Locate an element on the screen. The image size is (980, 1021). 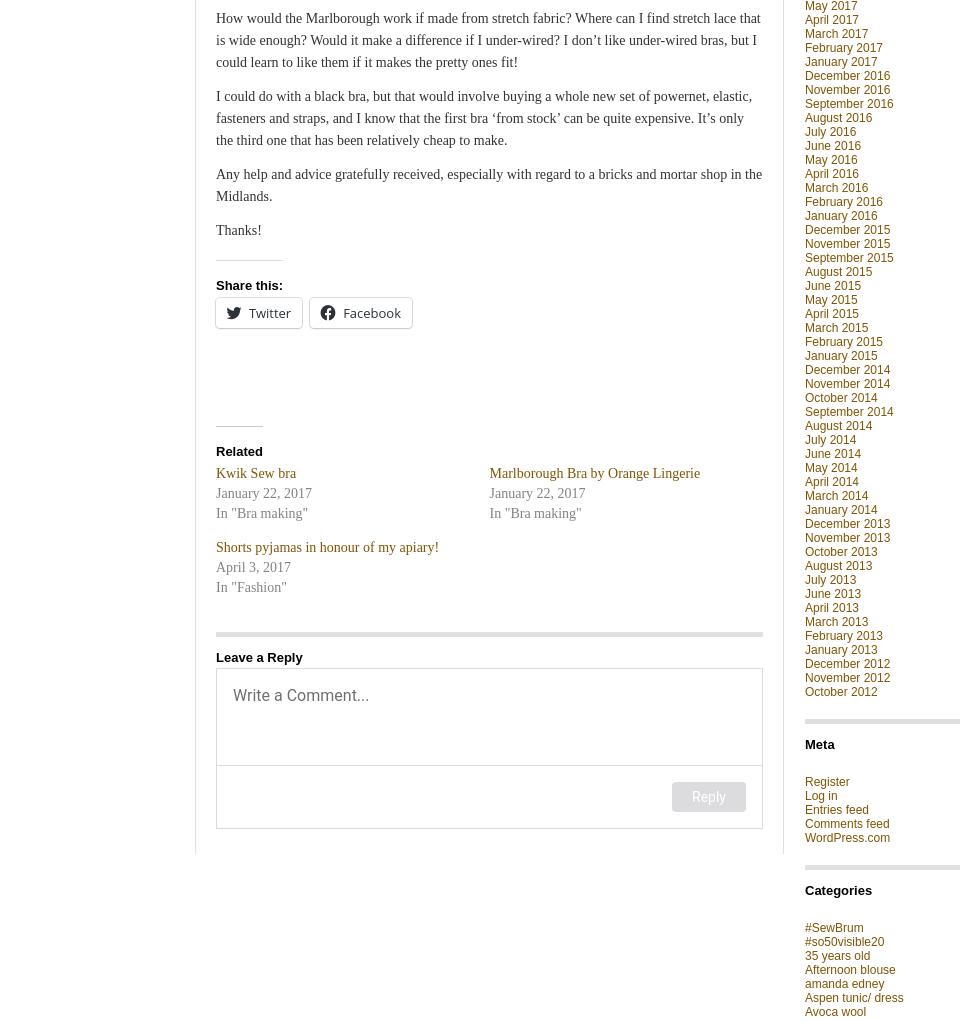
'#so50visible20' is located at coordinates (804, 940).